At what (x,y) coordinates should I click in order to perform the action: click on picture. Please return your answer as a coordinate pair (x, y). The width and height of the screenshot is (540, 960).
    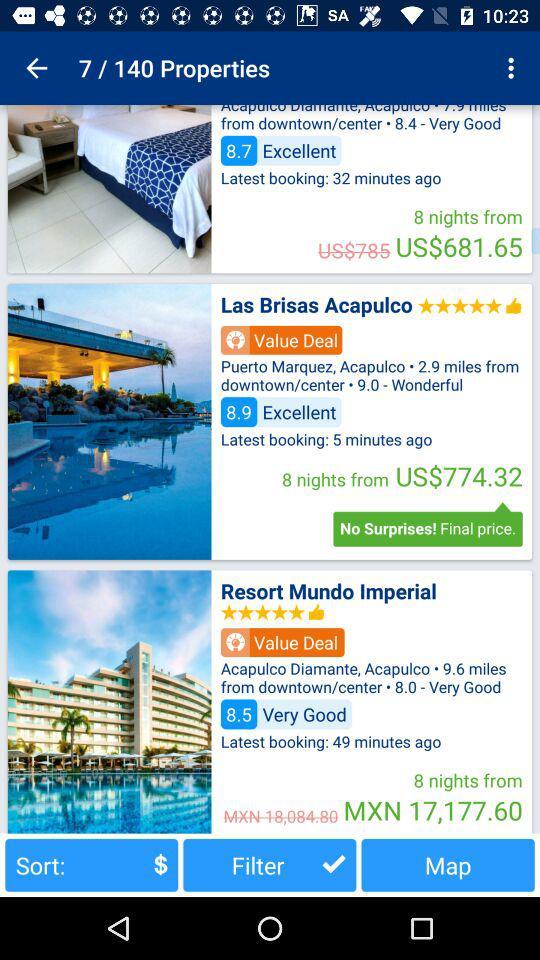
    Looking at the image, I should click on (109, 189).